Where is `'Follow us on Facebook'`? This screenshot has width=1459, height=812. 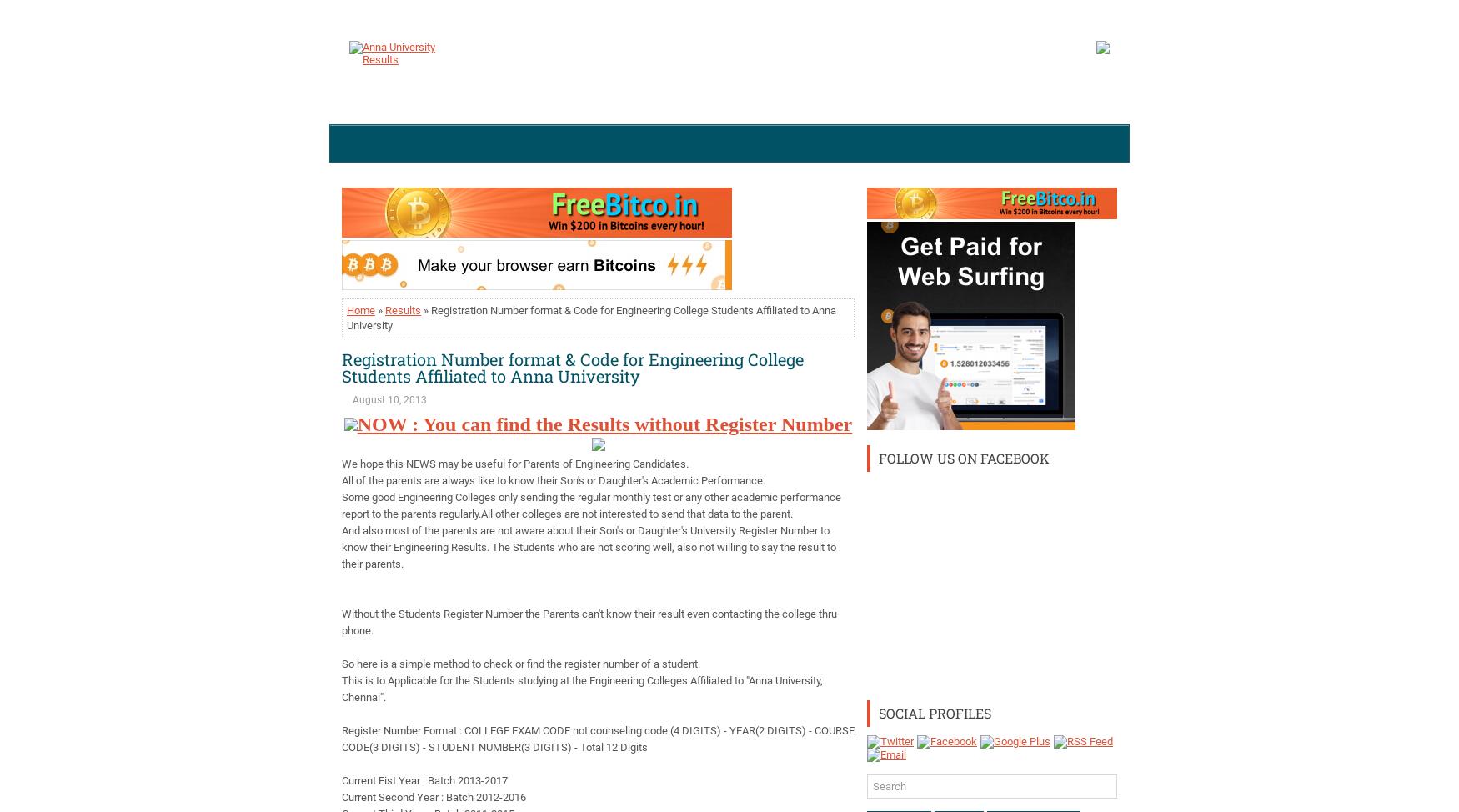 'Follow us on Facebook' is located at coordinates (963, 458).